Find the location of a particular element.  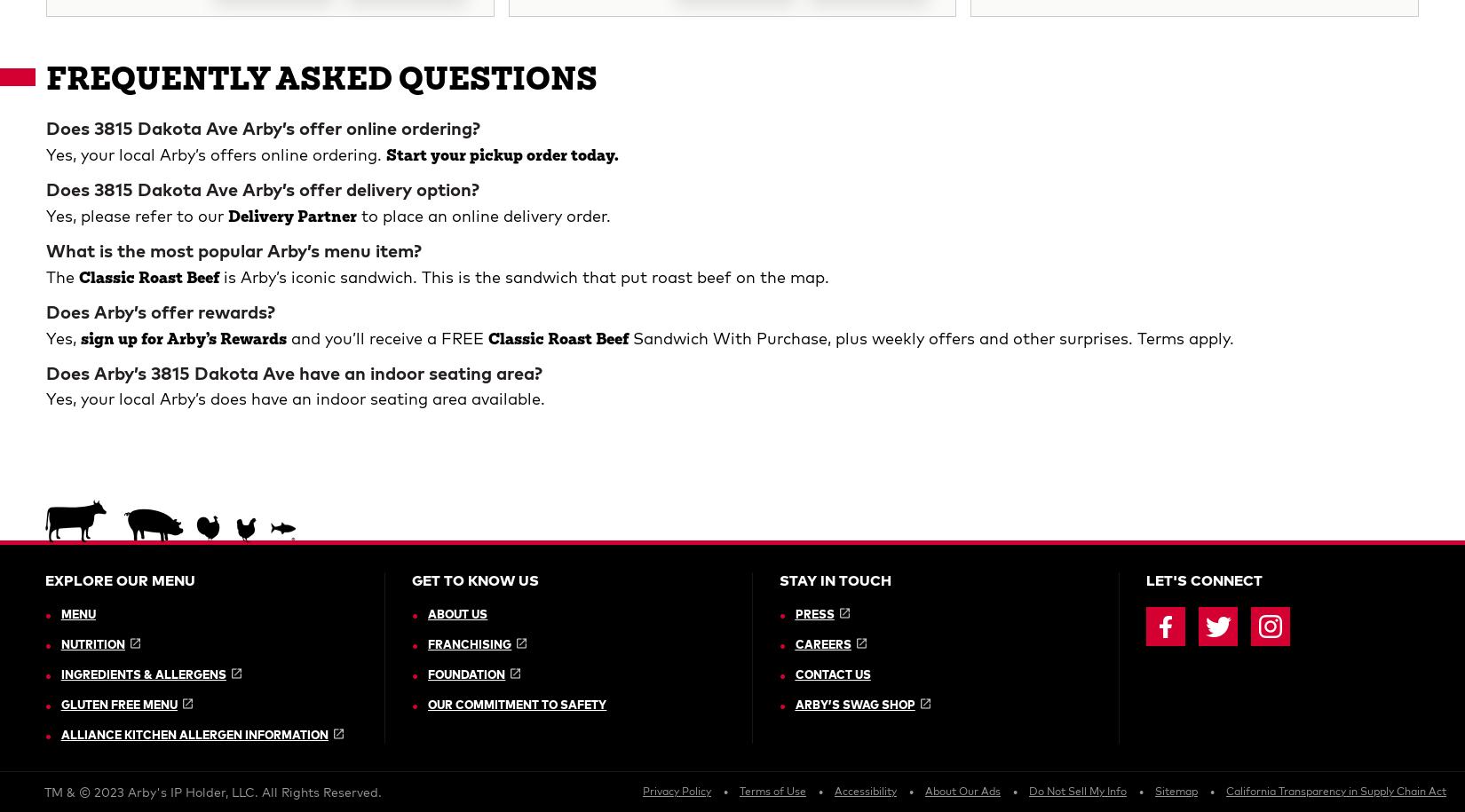

'Alliance Kitchen Allergen Information' is located at coordinates (194, 117).